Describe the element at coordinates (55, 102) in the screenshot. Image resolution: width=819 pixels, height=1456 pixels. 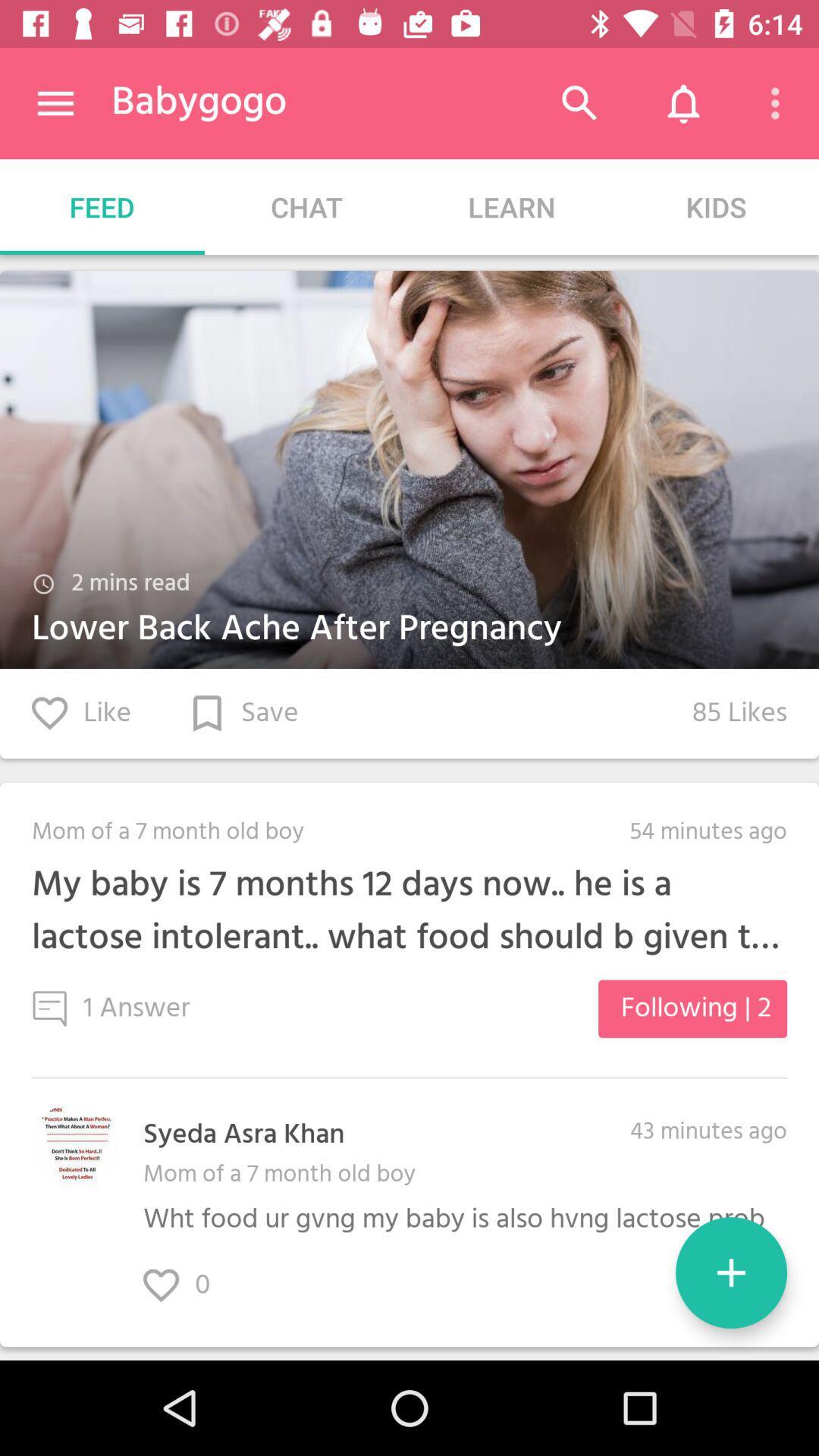
I see `the item next to babygogo` at that location.